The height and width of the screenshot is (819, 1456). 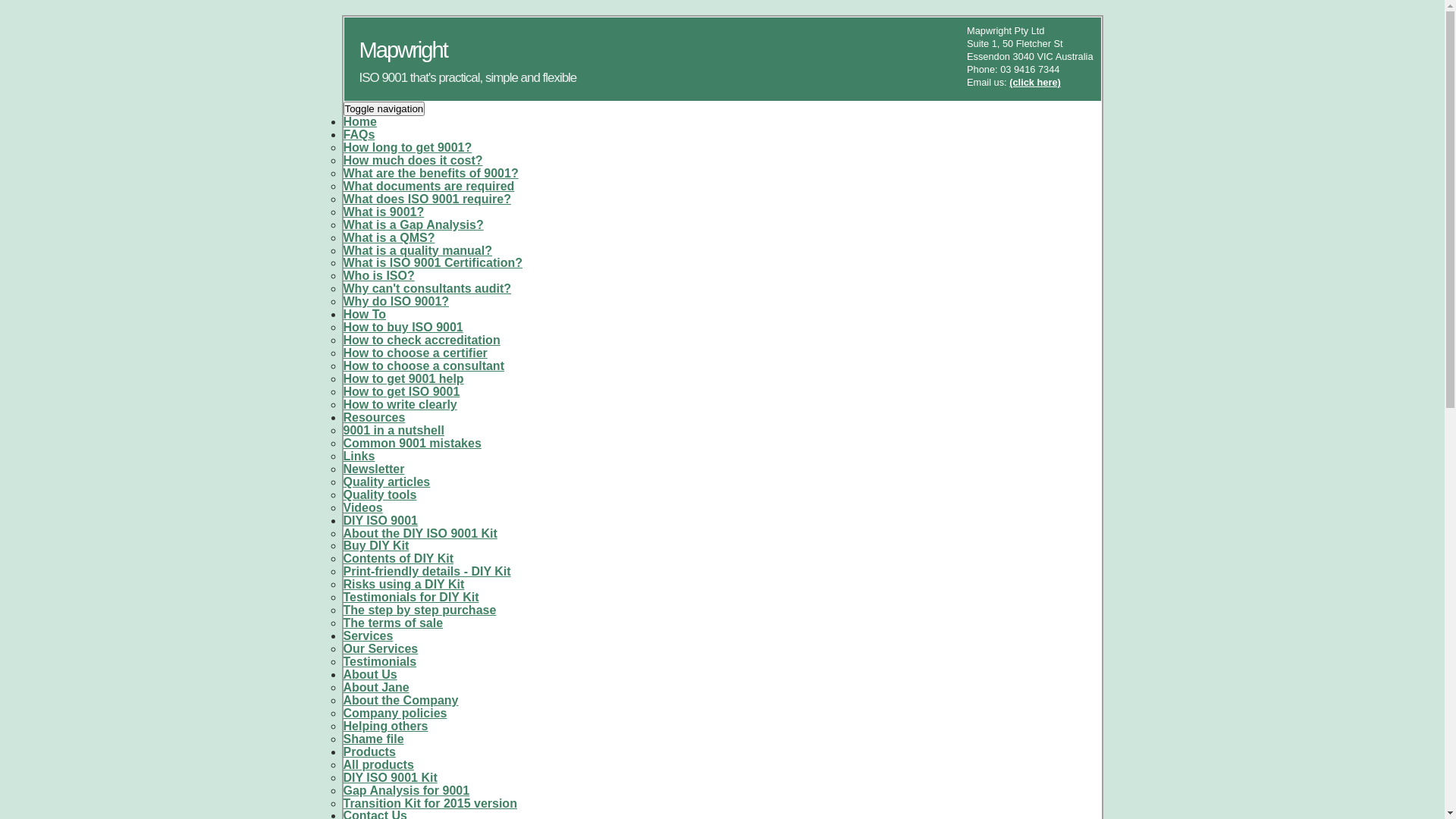 What do you see at coordinates (383, 108) in the screenshot?
I see `'Toggle navigation'` at bounding box center [383, 108].